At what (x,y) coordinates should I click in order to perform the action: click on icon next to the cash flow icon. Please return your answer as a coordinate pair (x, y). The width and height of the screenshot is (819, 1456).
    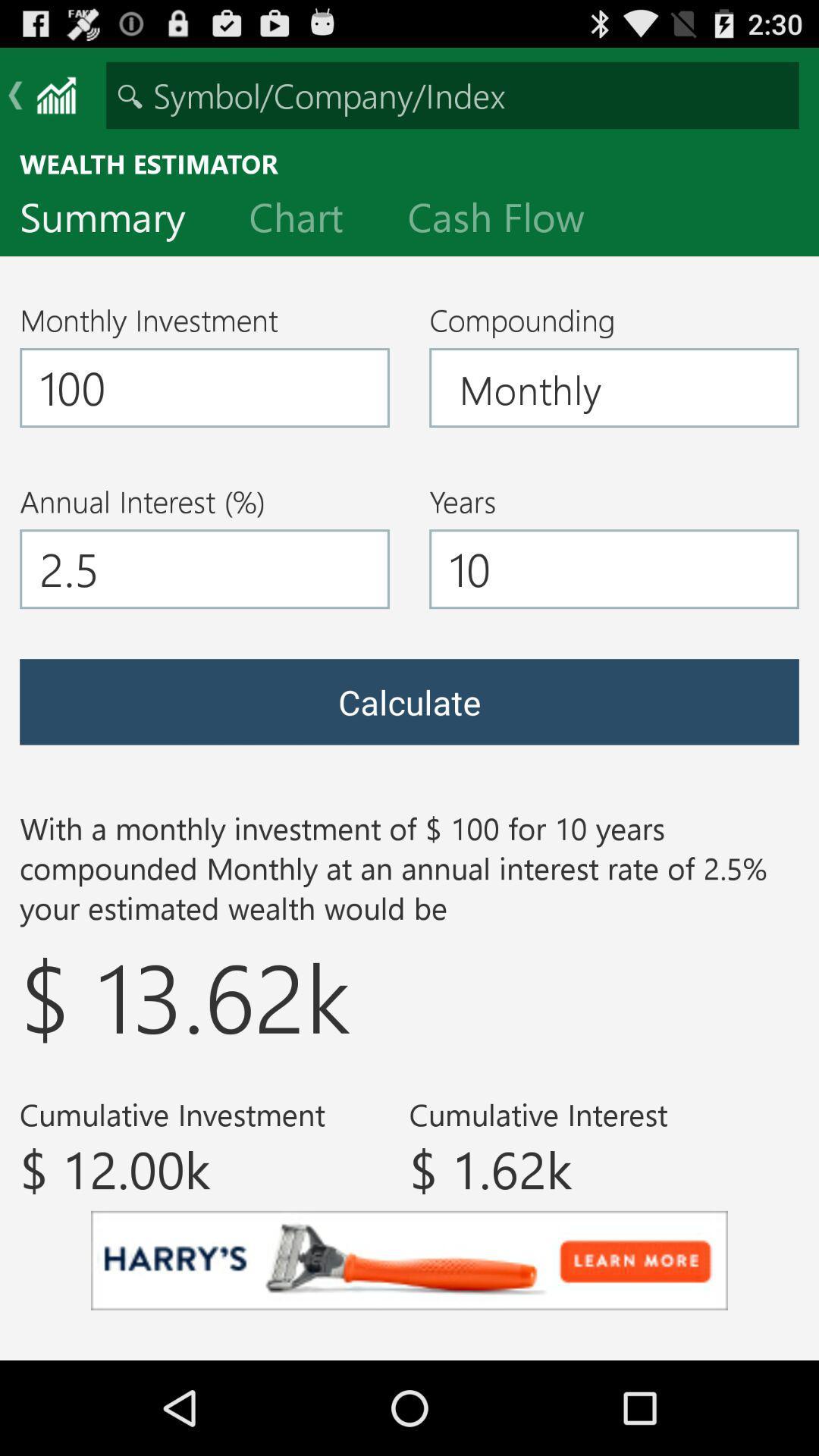
    Looking at the image, I should click on (307, 220).